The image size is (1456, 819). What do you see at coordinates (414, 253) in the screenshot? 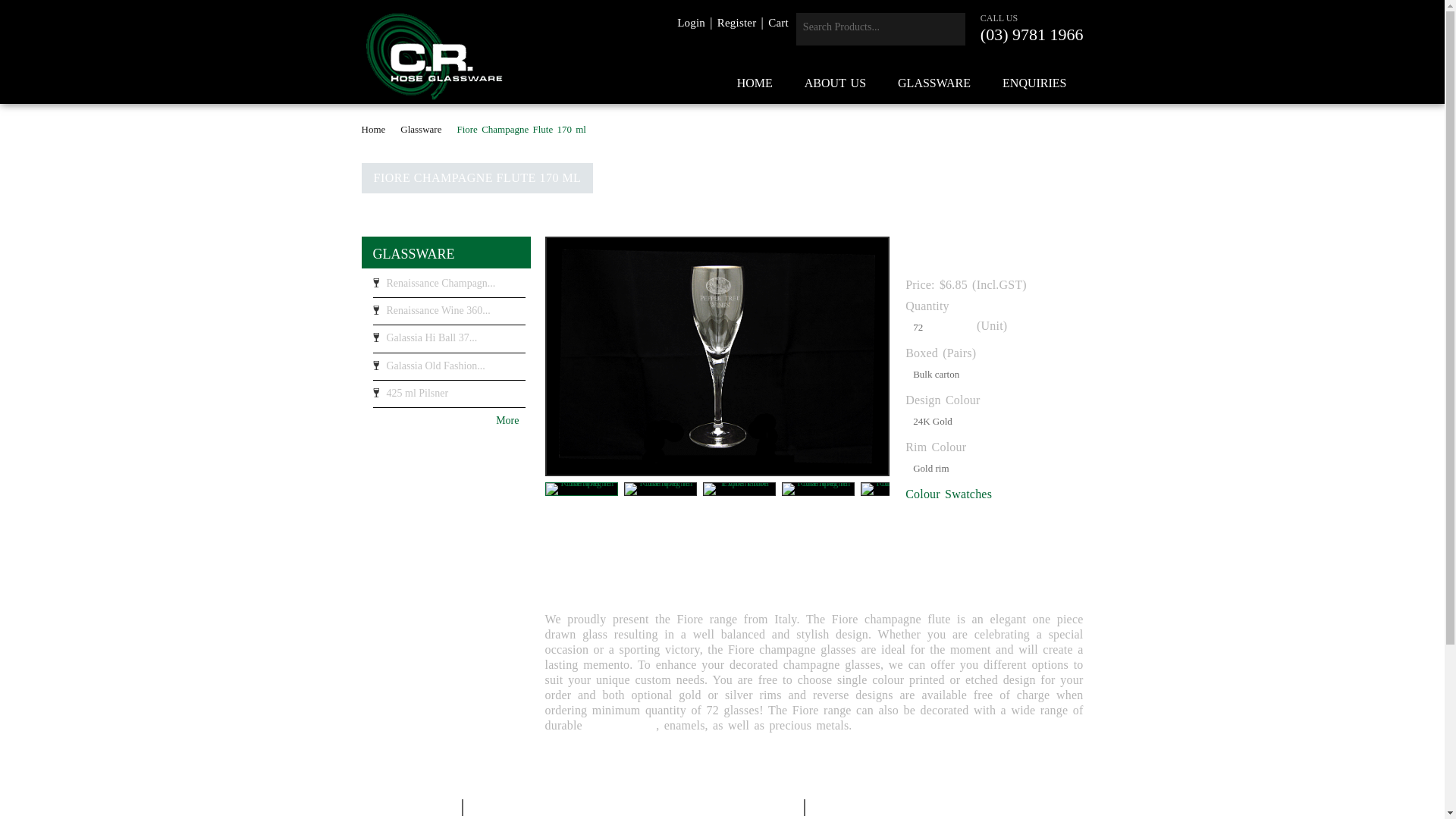
I see `'GLASSWARE'` at bounding box center [414, 253].